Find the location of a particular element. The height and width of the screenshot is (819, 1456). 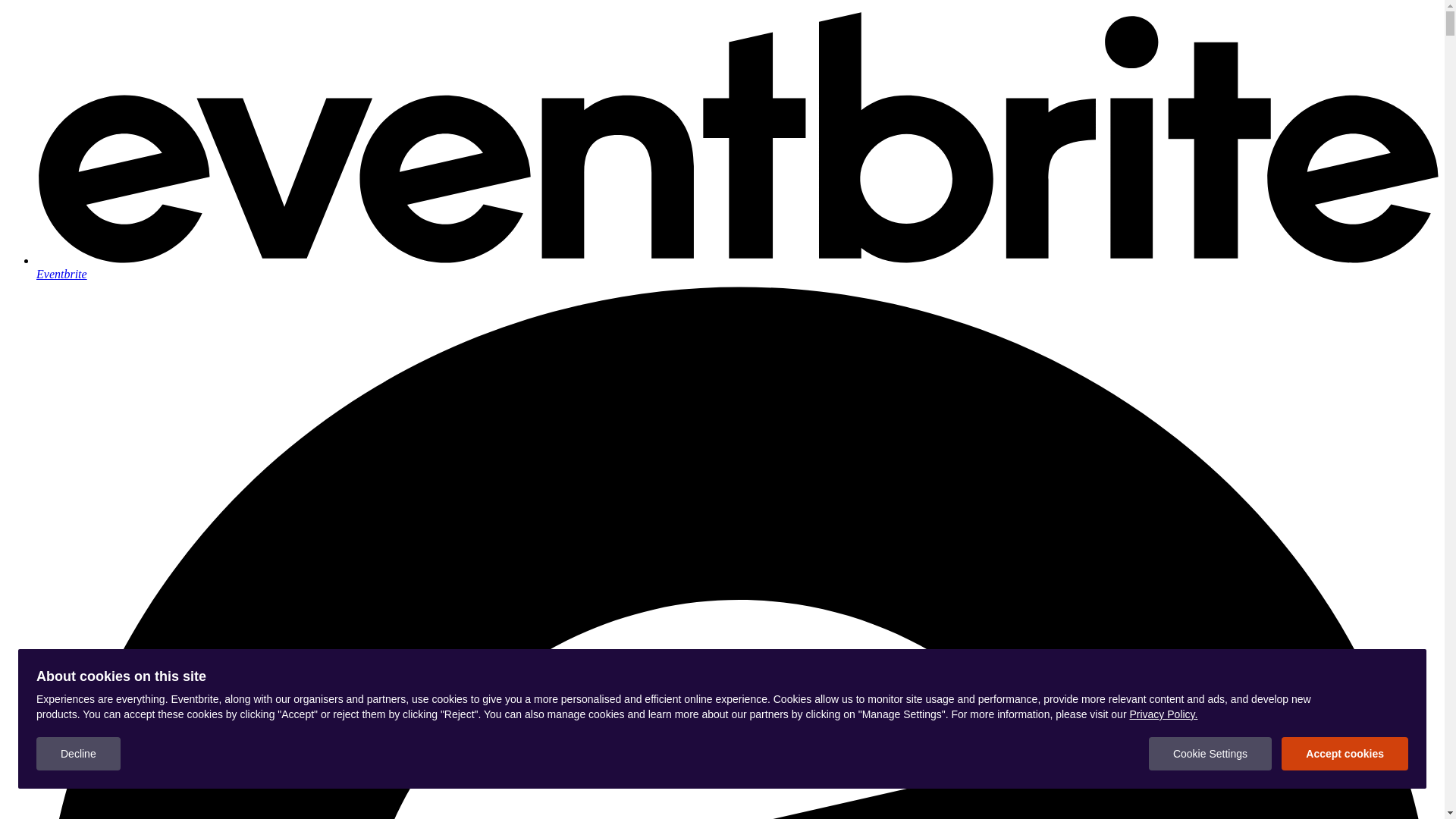

'Decline' is located at coordinates (77, 754).